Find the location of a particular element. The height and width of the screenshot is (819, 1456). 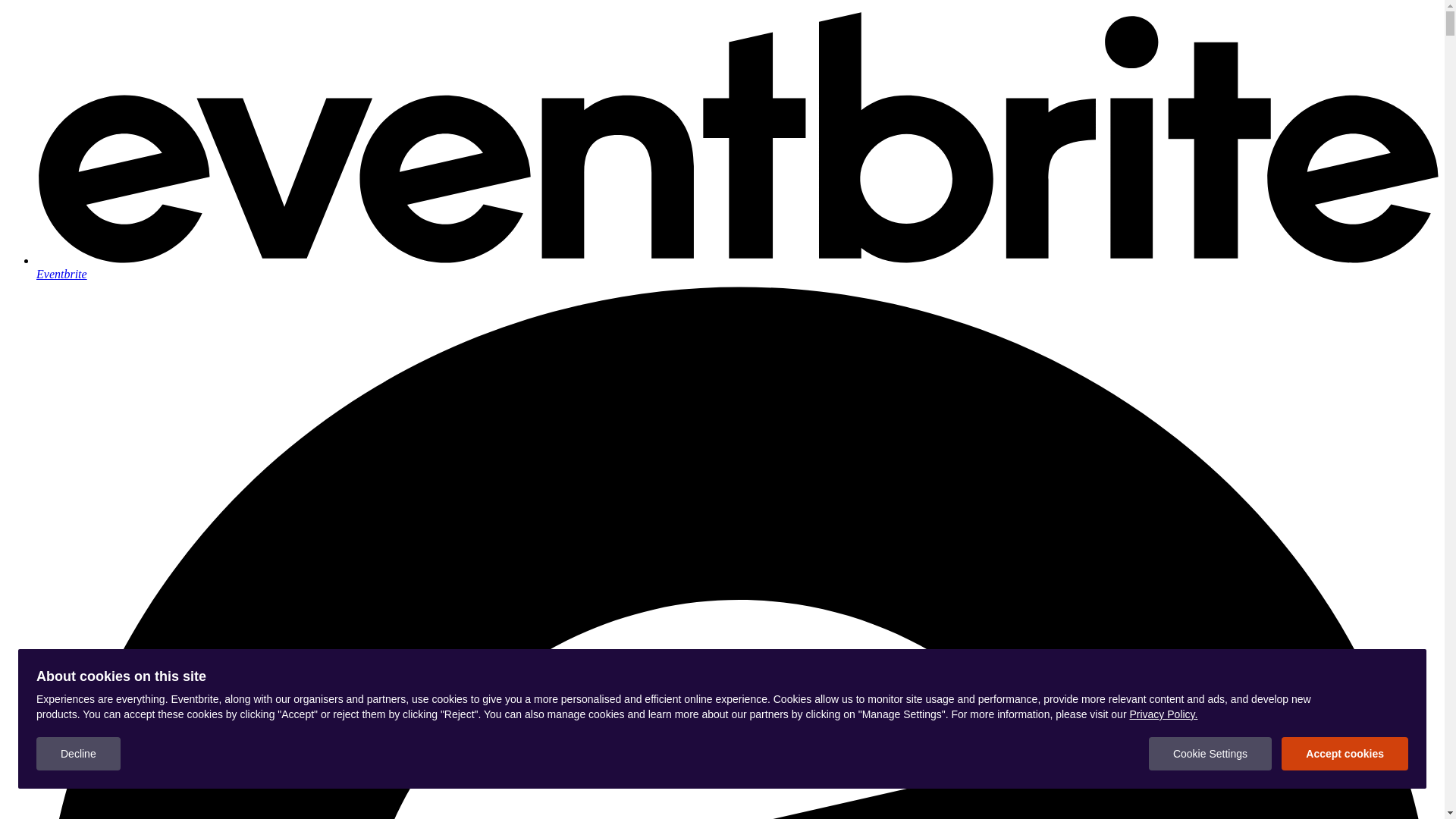

'Decline' is located at coordinates (77, 754).